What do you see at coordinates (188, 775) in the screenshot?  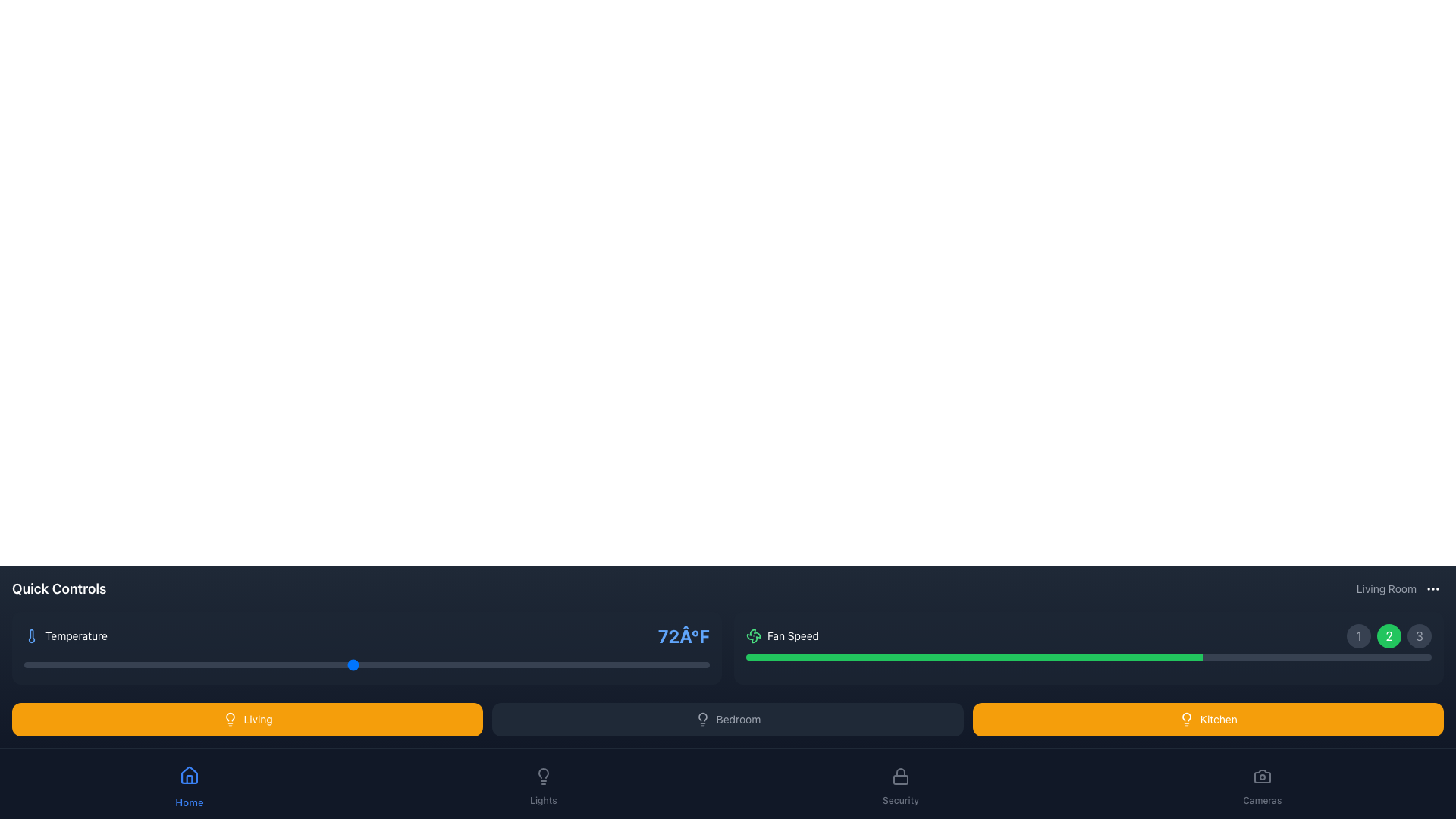 I see `the 'Home' navigation icon located at the bottom left corner of the application` at bounding box center [188, 775].